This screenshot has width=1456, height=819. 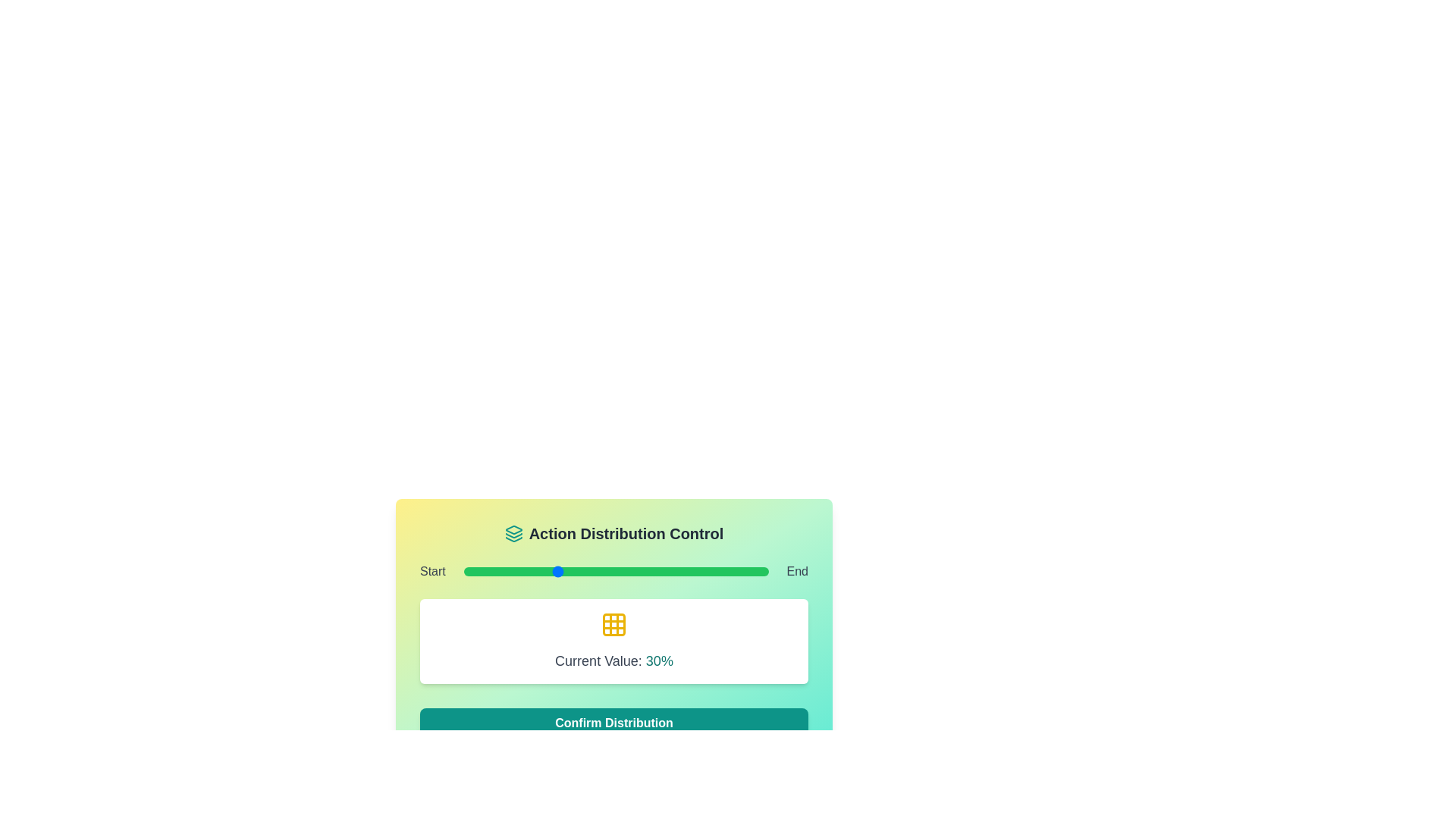 I want to click on the slider to set its value to 39%, so click(x=582, y=571).